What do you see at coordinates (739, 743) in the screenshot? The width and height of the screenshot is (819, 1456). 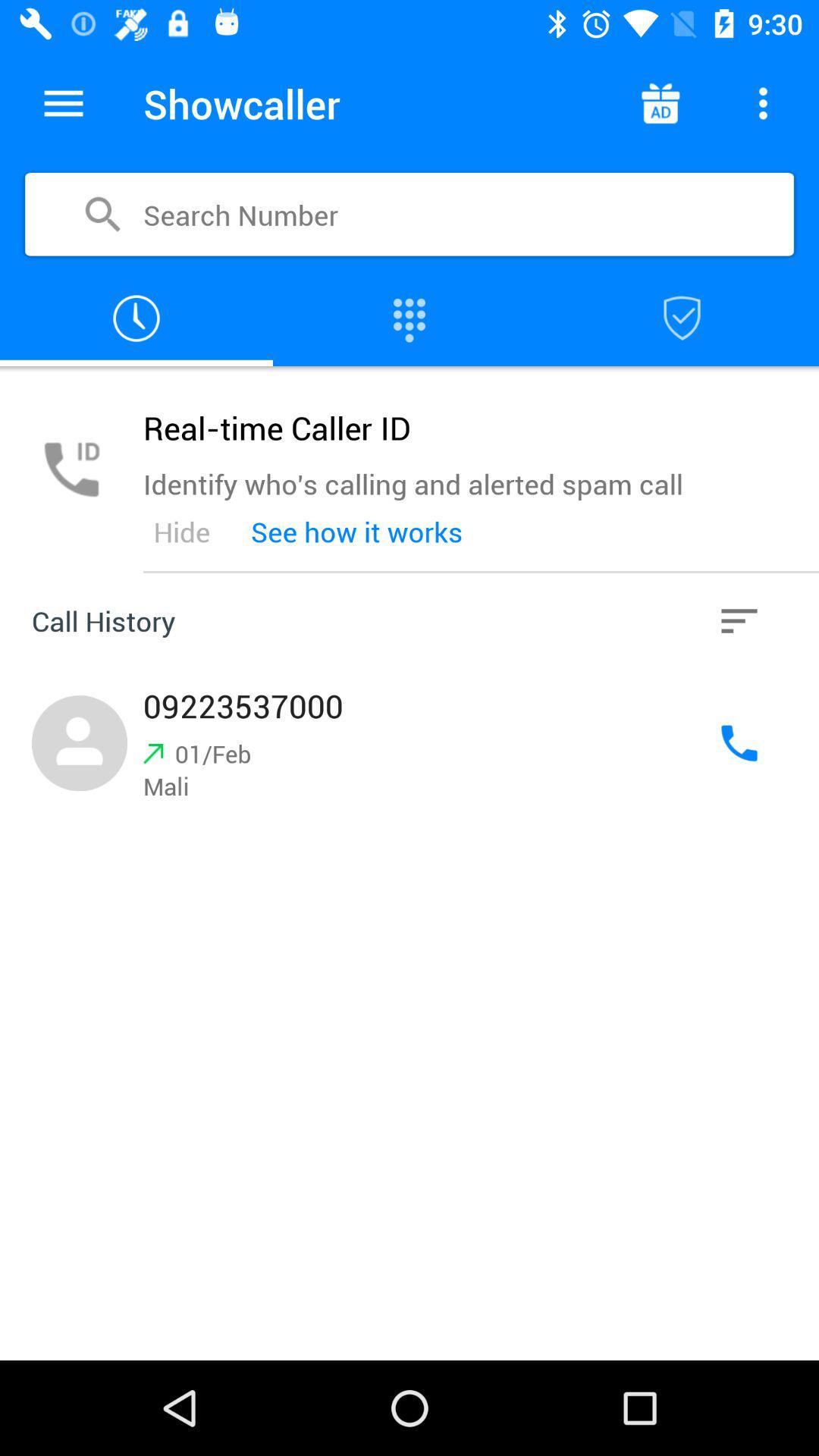 I see `call contact` at bounding box center [739, 743].